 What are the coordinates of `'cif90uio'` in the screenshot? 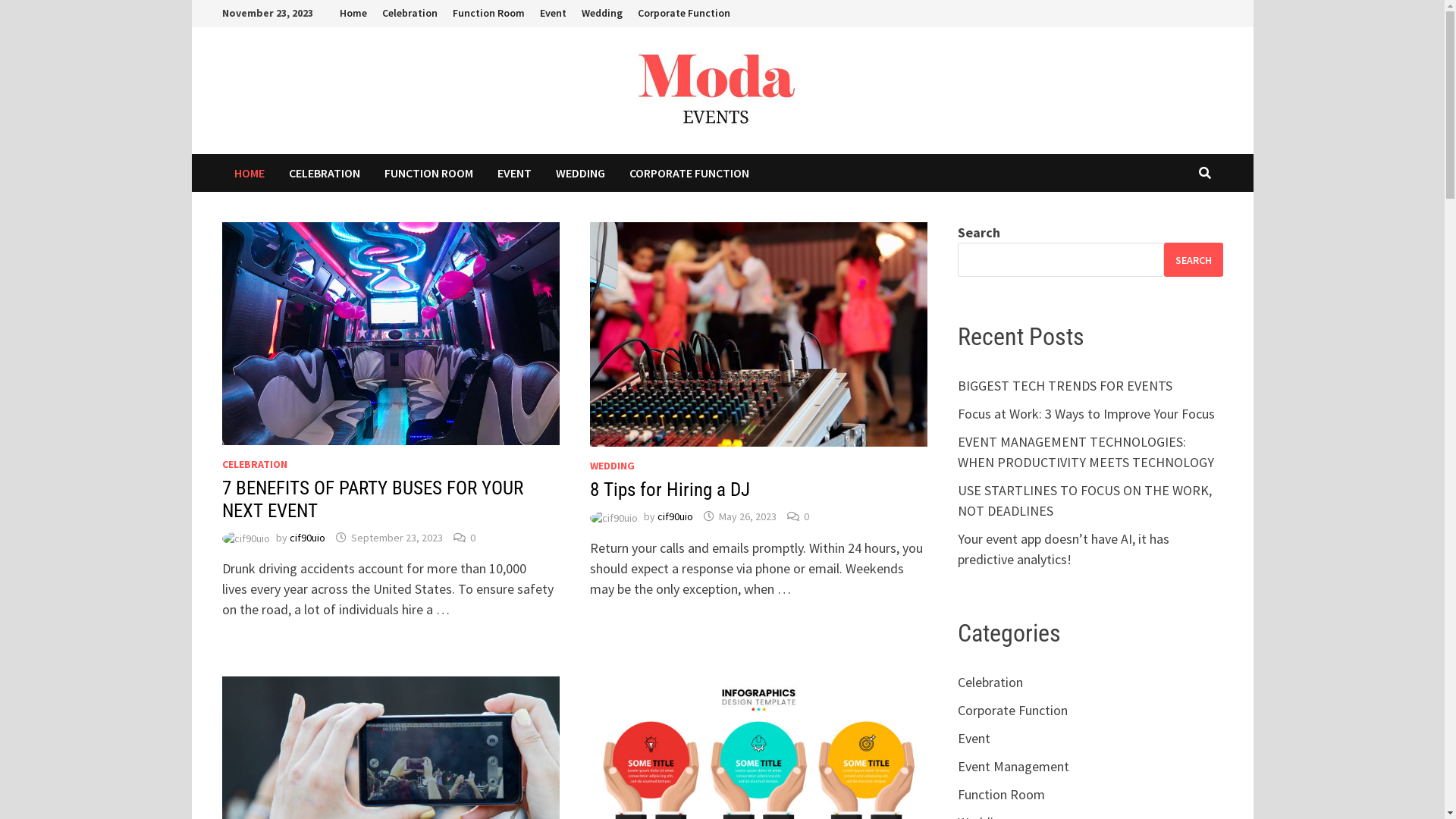 It's located at (674, 516).